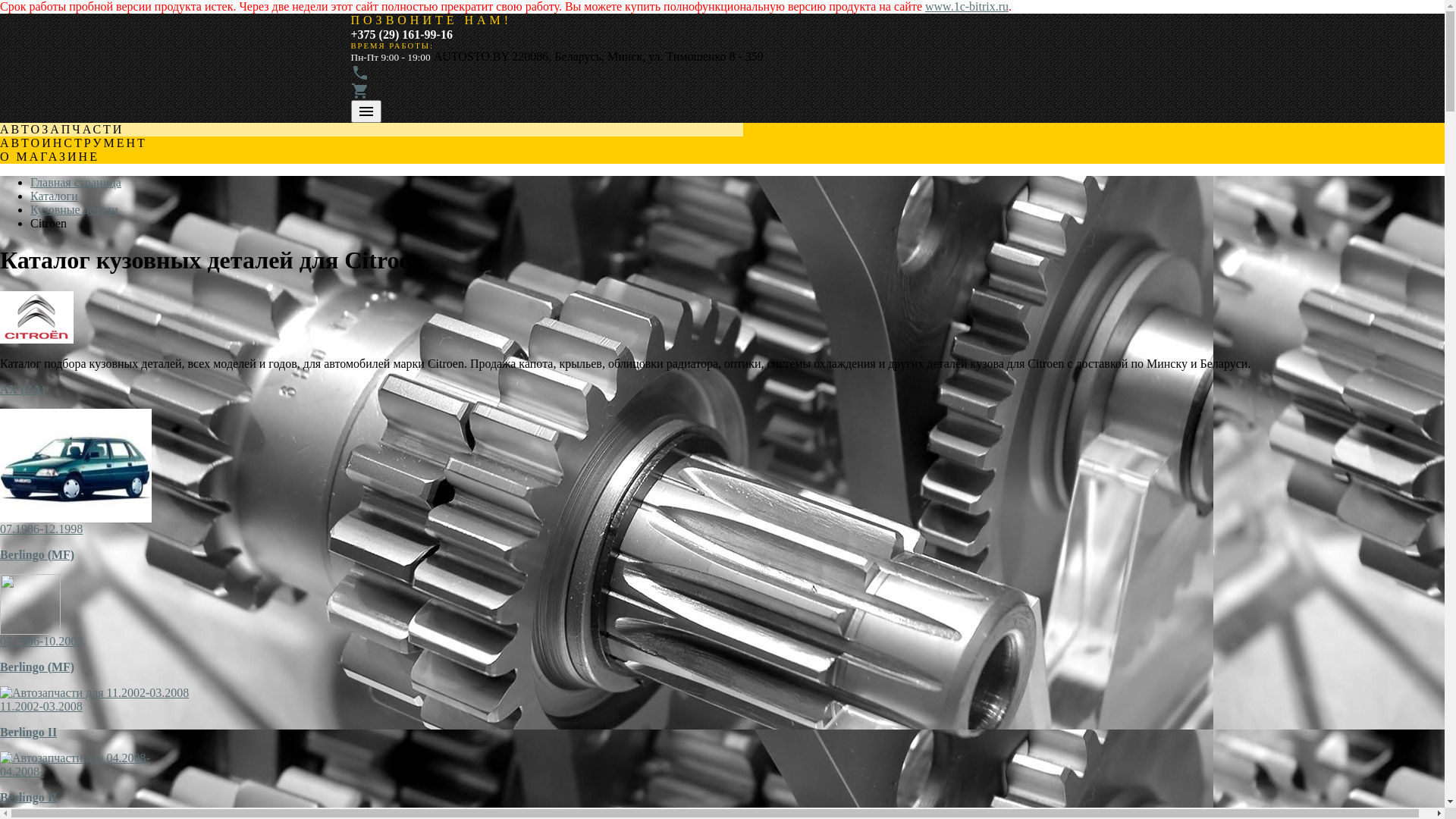  Describe the element at coordinates (359, 96) in the screenshot. I see `'shopping_cart'` at that location.